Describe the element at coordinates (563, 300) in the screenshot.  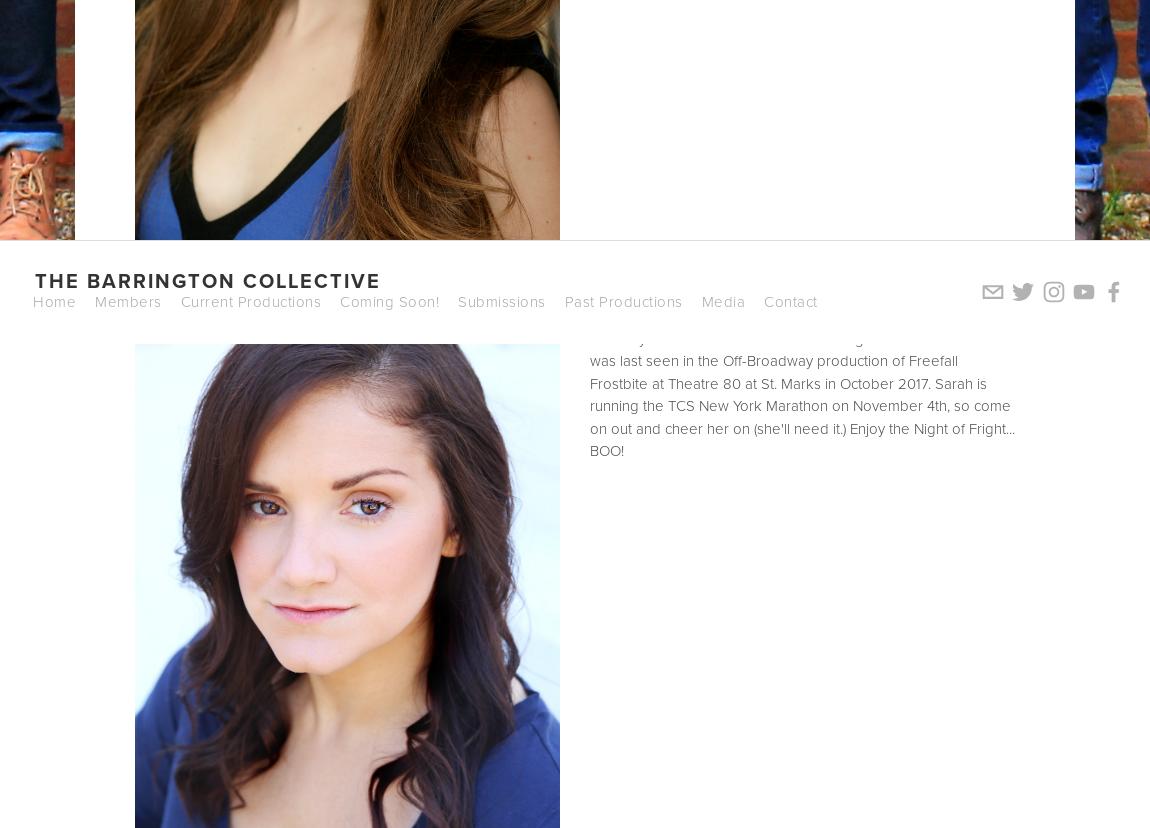
I see `'Past Productions'` at that location.